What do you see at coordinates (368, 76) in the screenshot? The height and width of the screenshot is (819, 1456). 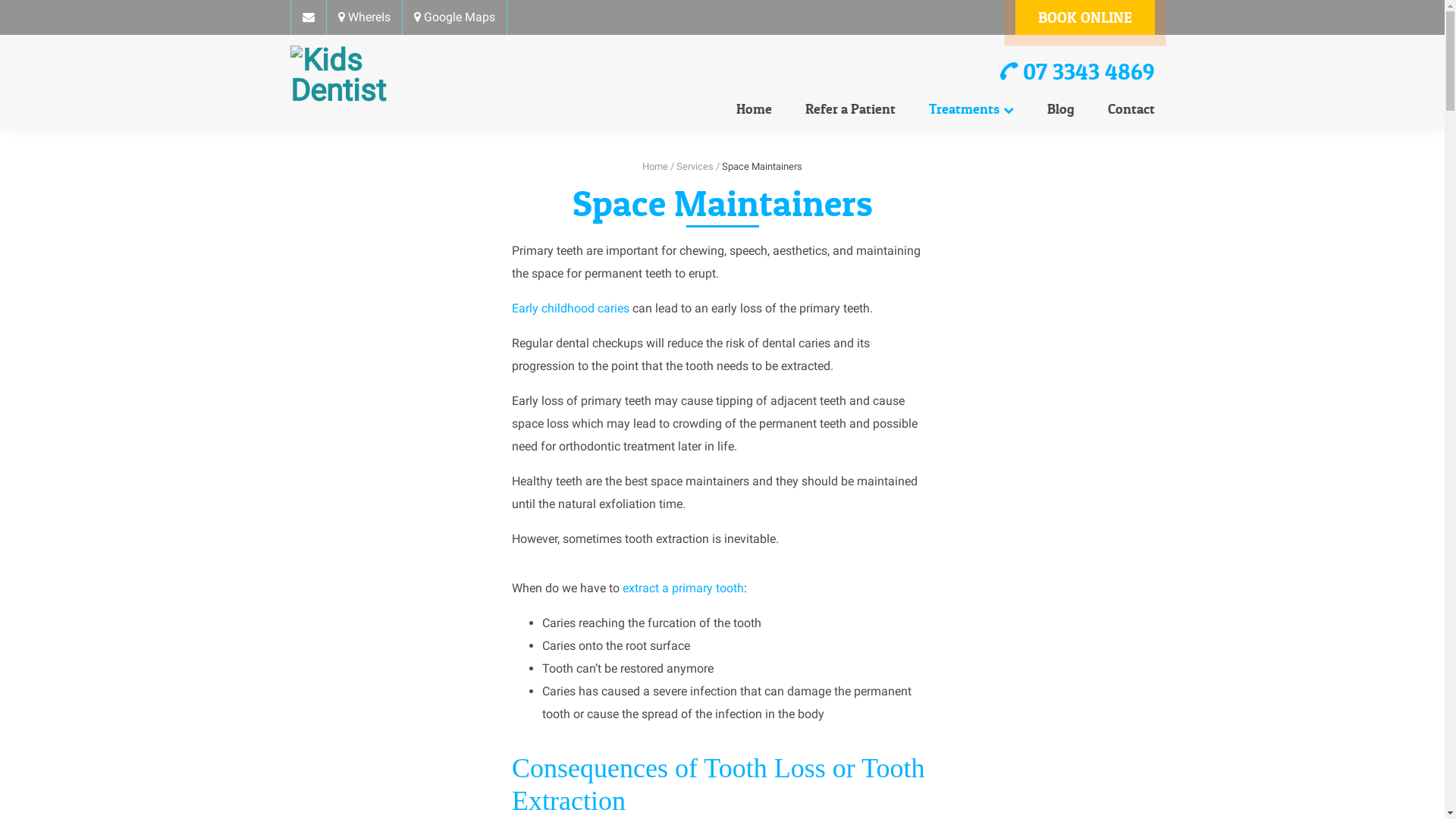 I see `'Kids Dentist'` at bounding box center [368, 76].